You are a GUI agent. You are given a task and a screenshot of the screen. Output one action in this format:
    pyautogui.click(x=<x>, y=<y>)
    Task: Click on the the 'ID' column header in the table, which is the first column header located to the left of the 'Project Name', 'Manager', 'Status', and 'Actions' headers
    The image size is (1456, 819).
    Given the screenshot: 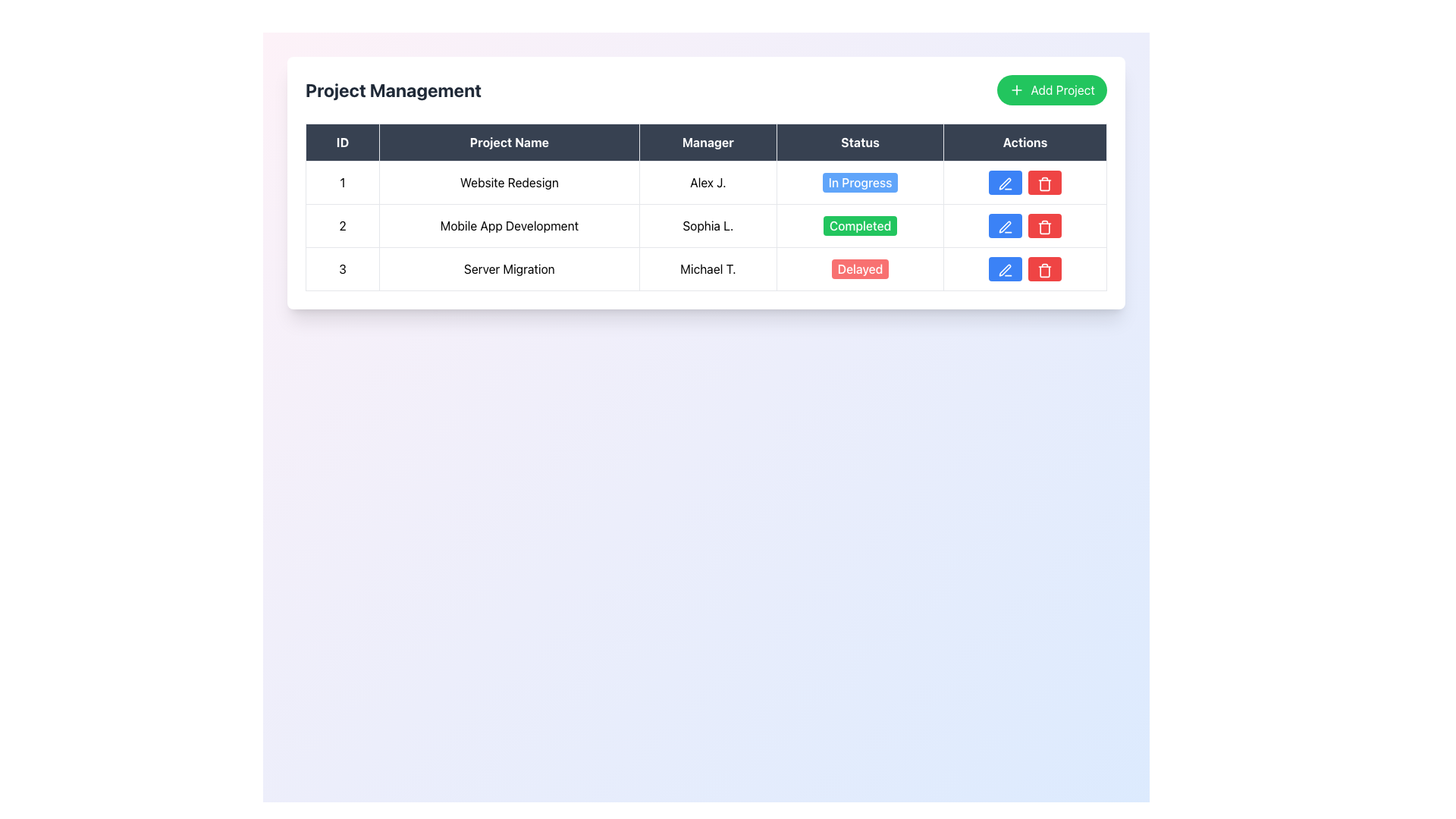 What is the action you would take?
    pyautogui.click(x=341, y=143)
    